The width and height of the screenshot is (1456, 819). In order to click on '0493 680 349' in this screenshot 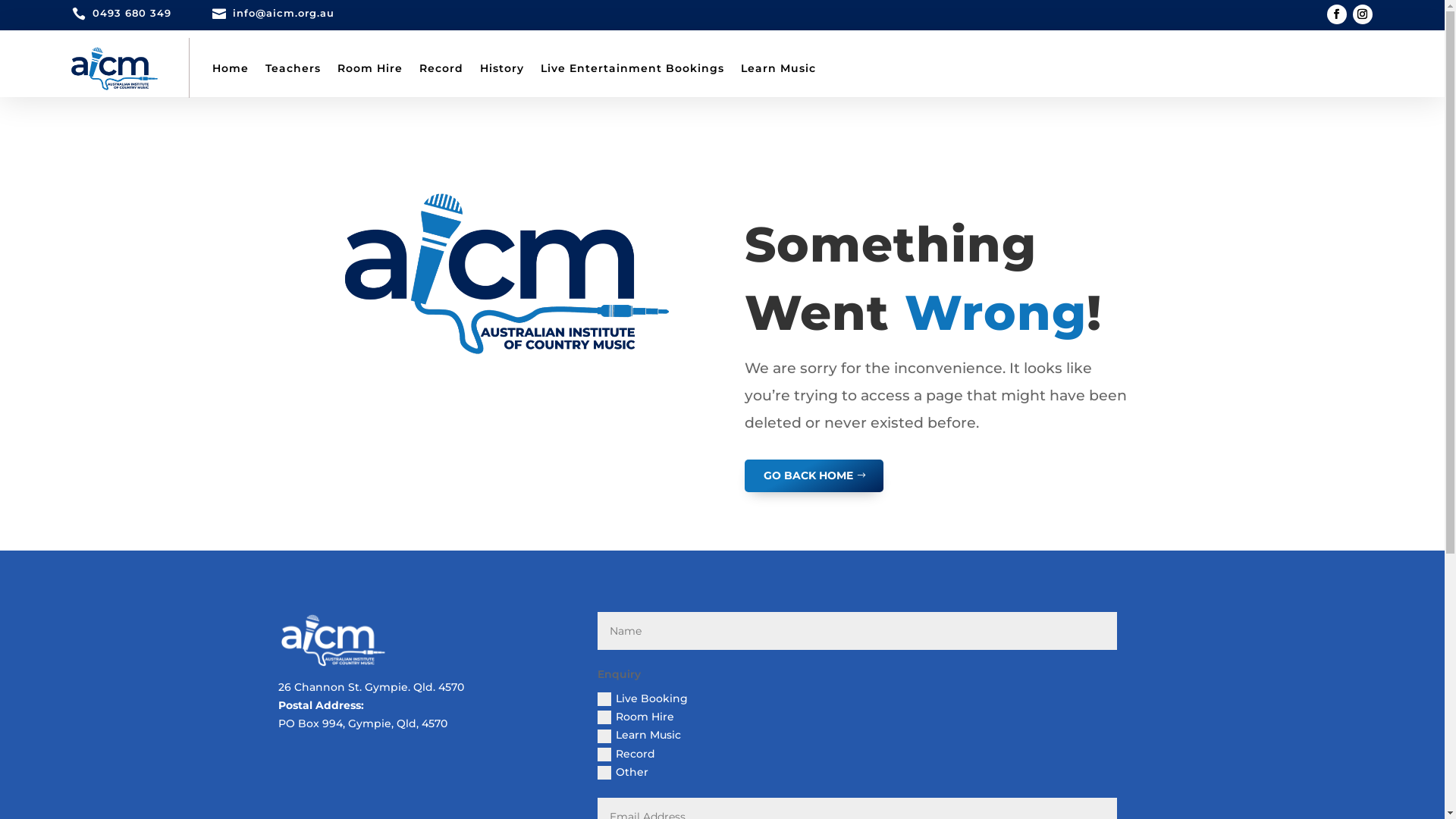, I will do `click(131, 12)`.